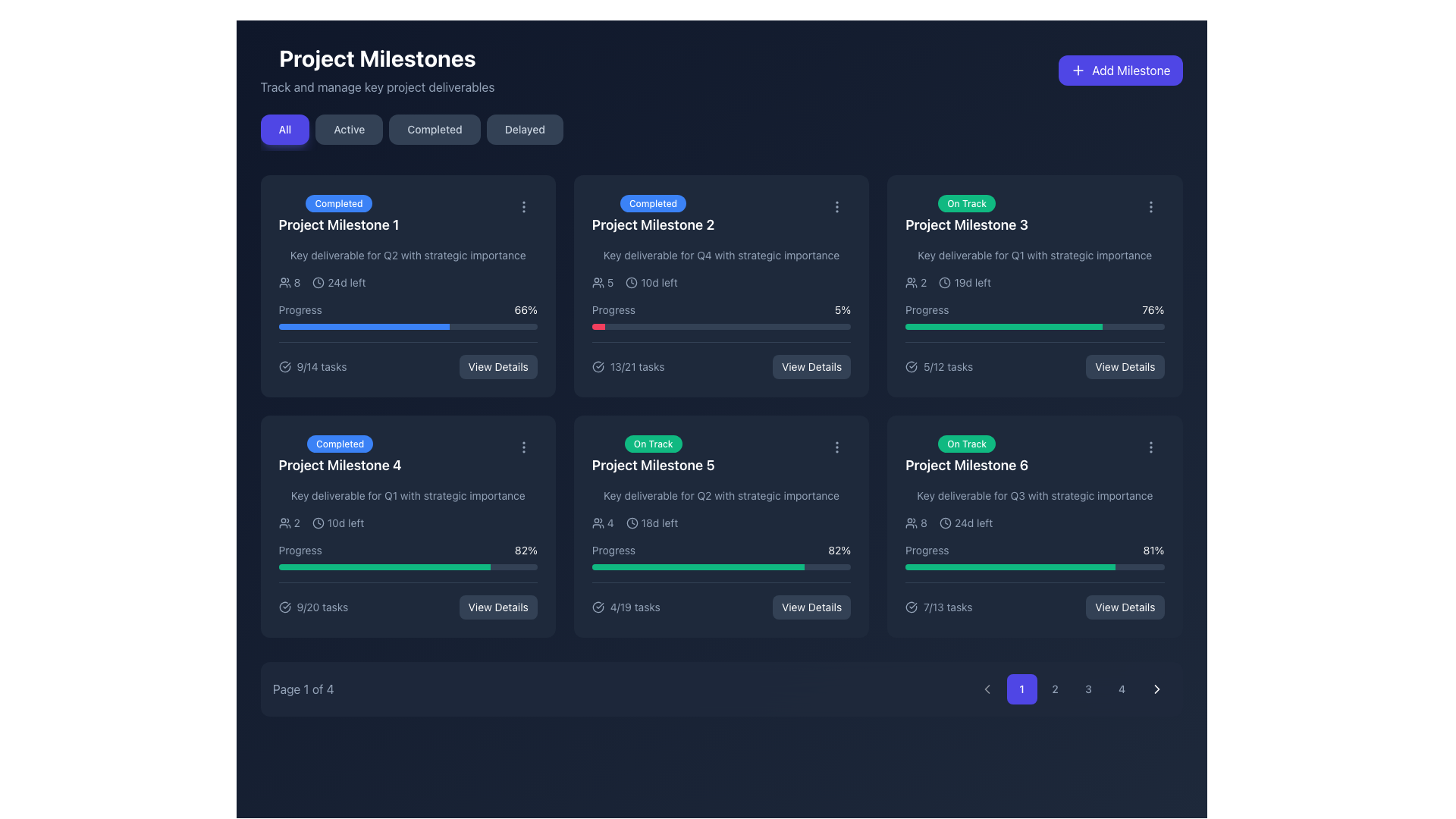 Image resolution: width=1456 pixels, height=819 pixels. What do you see at coordinates (602, 283) in the screenshot?
I see `the text displaying the numeric data '5' paired with an icon, located to the left of the text '10d left' and above the progress bar in the second card labeled 'Project Milestone 2'` at bounding box center [602, 283].